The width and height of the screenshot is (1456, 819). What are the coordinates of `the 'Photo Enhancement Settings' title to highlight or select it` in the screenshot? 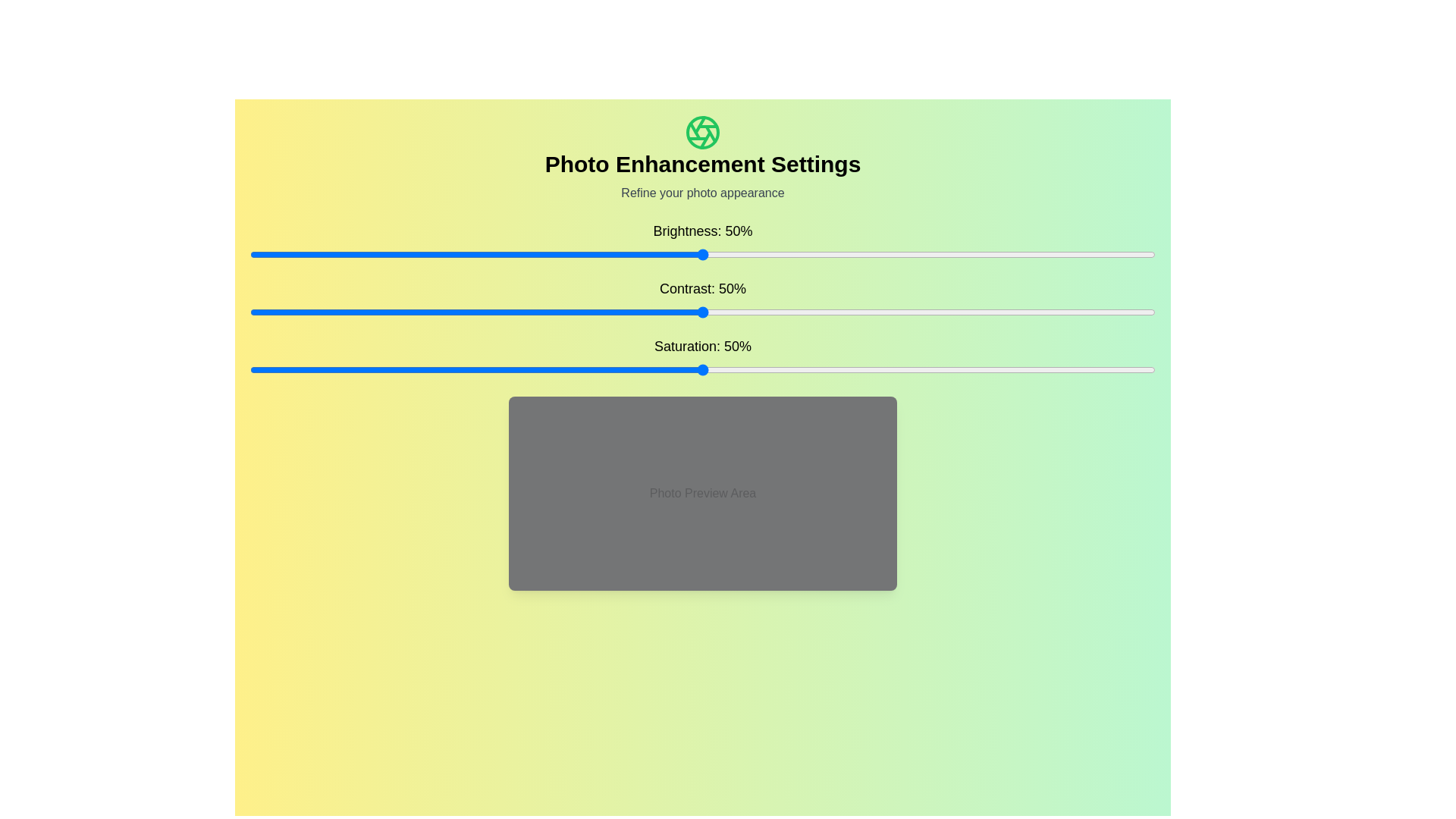 It's located at (701, 164).